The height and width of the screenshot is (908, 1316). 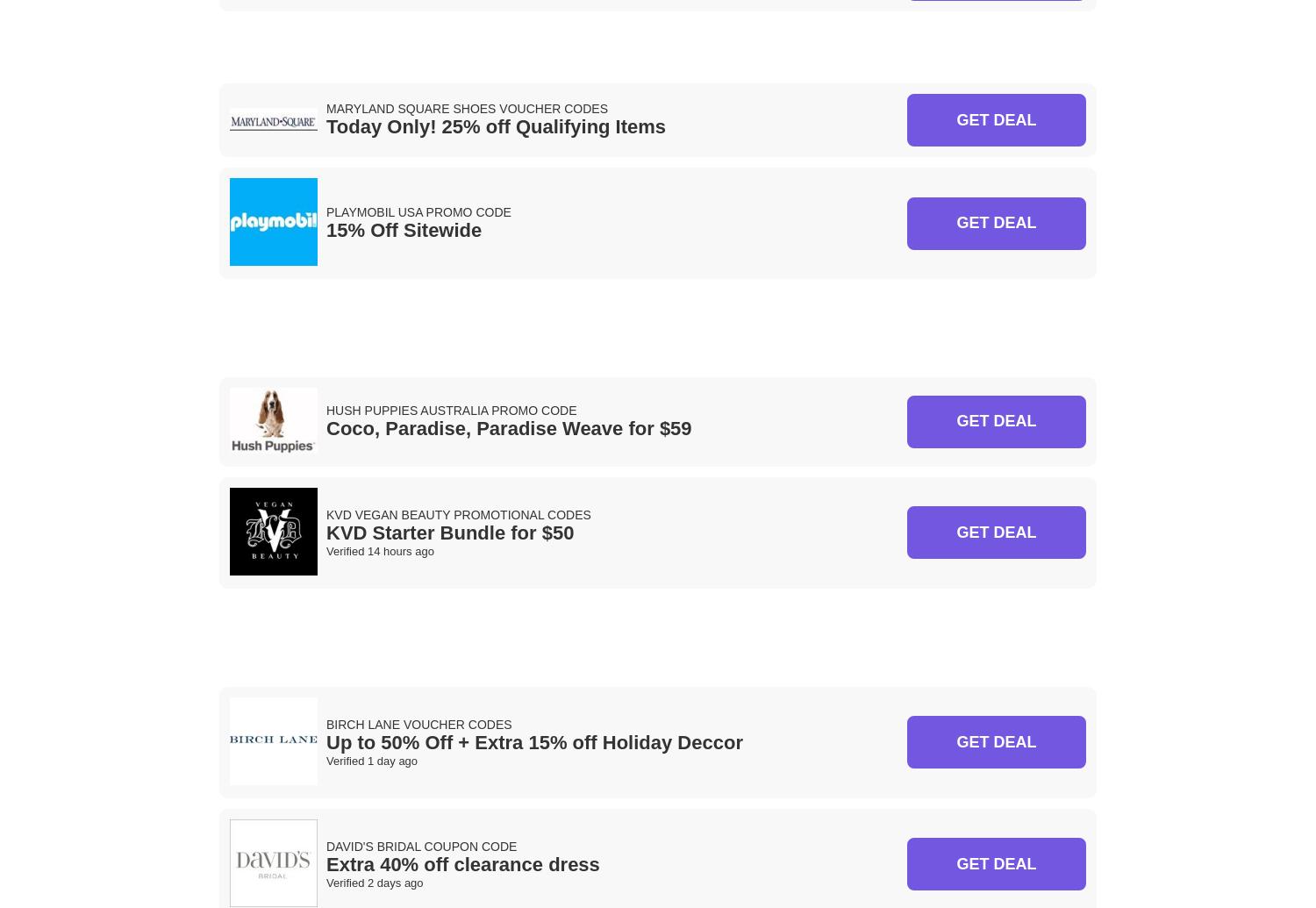 I want to click on 'Verified 14 hours ago', so click(x=325, y=549).